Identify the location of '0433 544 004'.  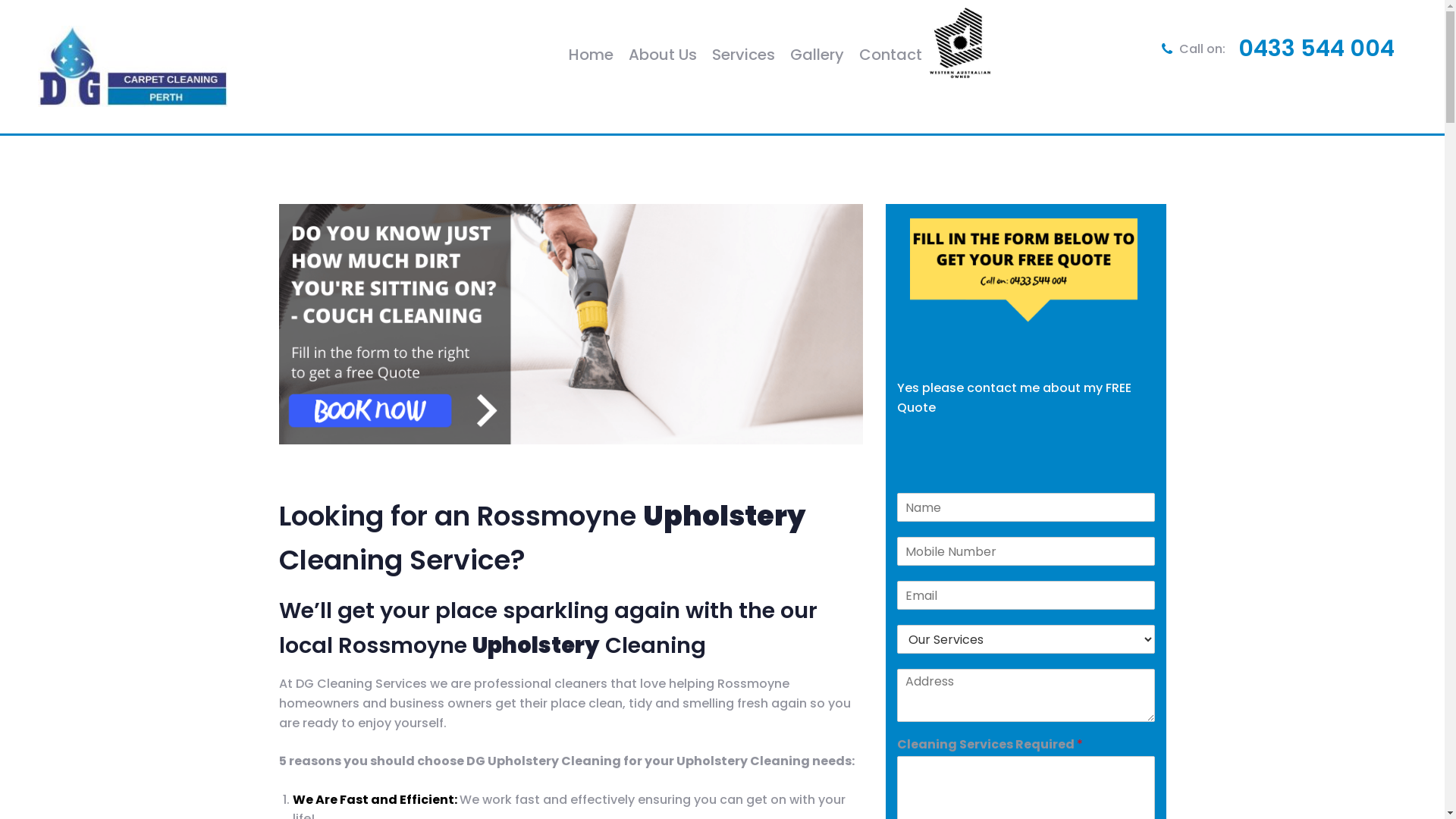
(1316, 48).